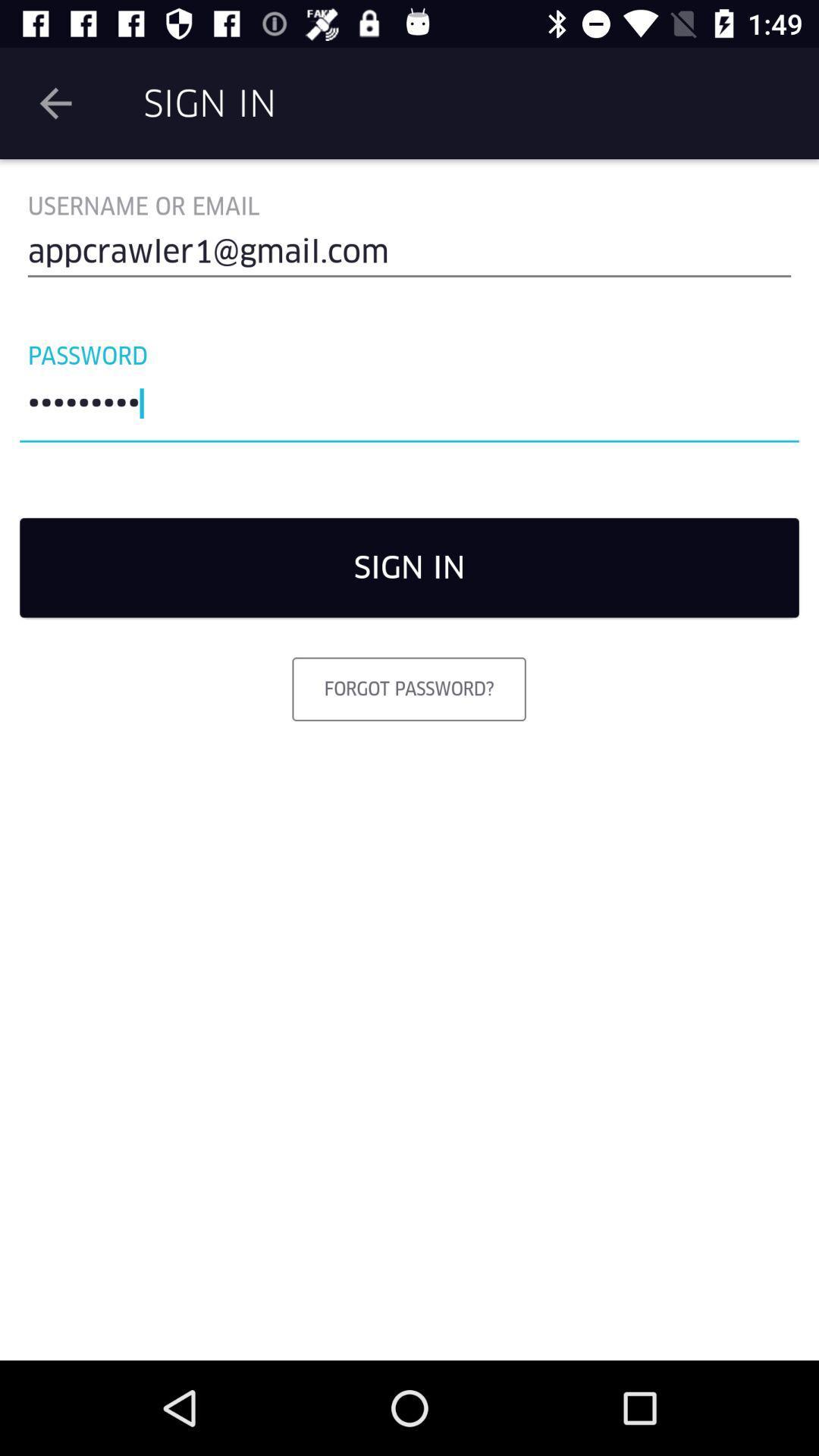 Image resolution: width=819 pixels, height=1456 pixels. Describe the element at coordinates (409, 407) in the screenshot. I see `the item below the password icon` at that location.